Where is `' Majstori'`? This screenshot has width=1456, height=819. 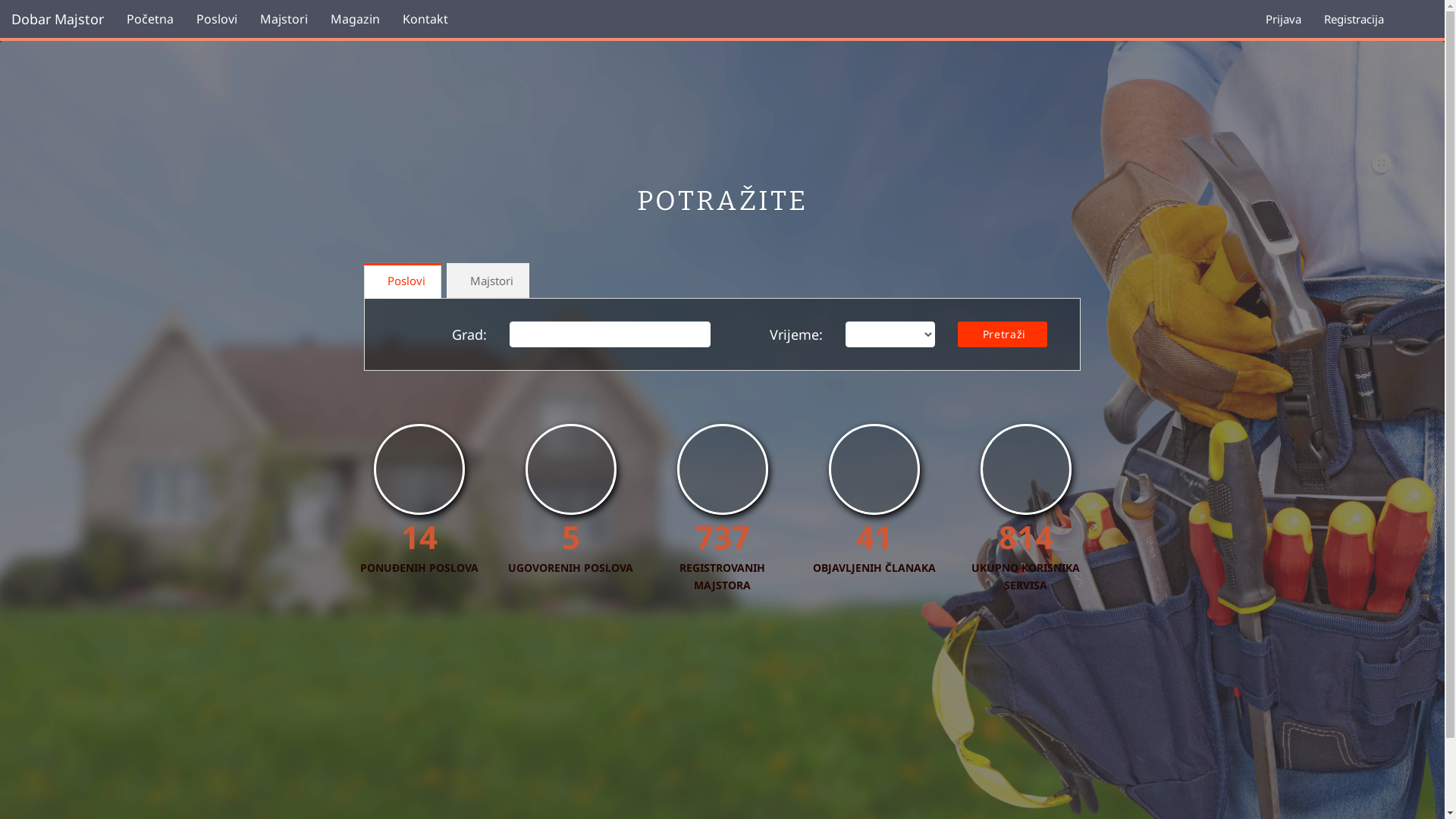
' Majstori' is located at coordinates (488, 281).